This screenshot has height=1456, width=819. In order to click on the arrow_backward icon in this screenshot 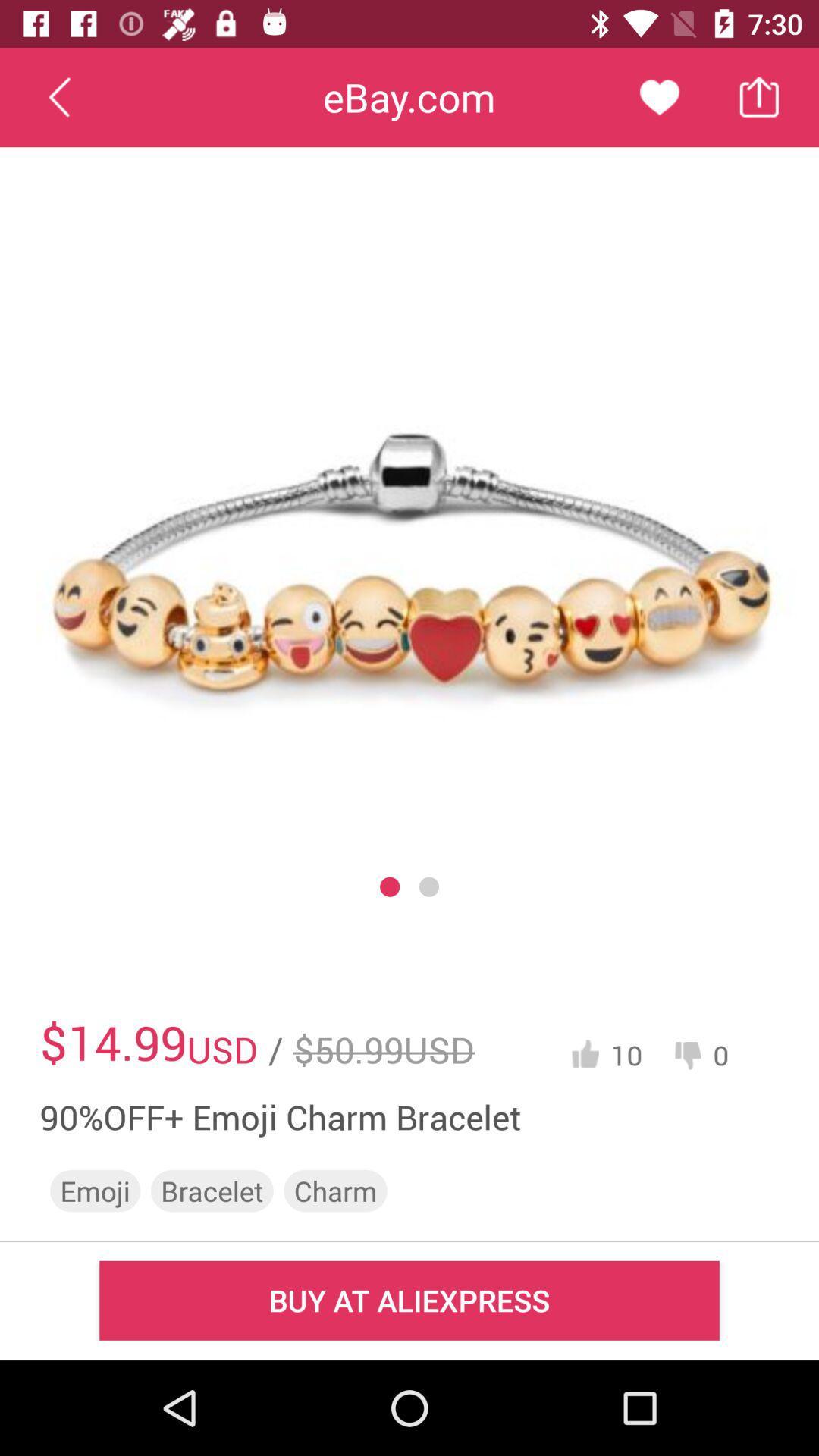, I will do `click(58, 96)`.